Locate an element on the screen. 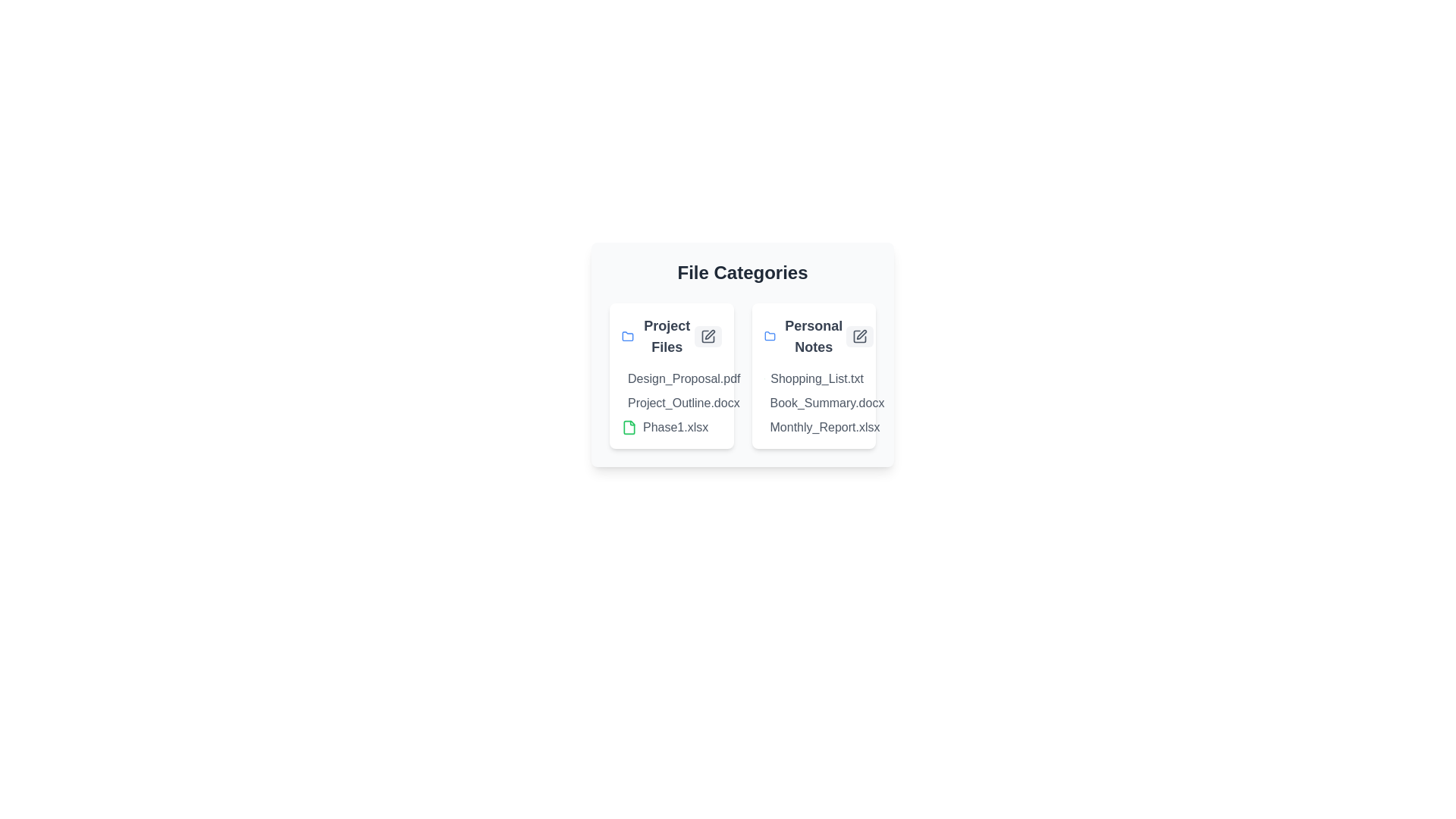 This screenshot has height=819, width=1456. the text of the document named Design_Proposal.pdf in the list is located at coordinates (622, 378).